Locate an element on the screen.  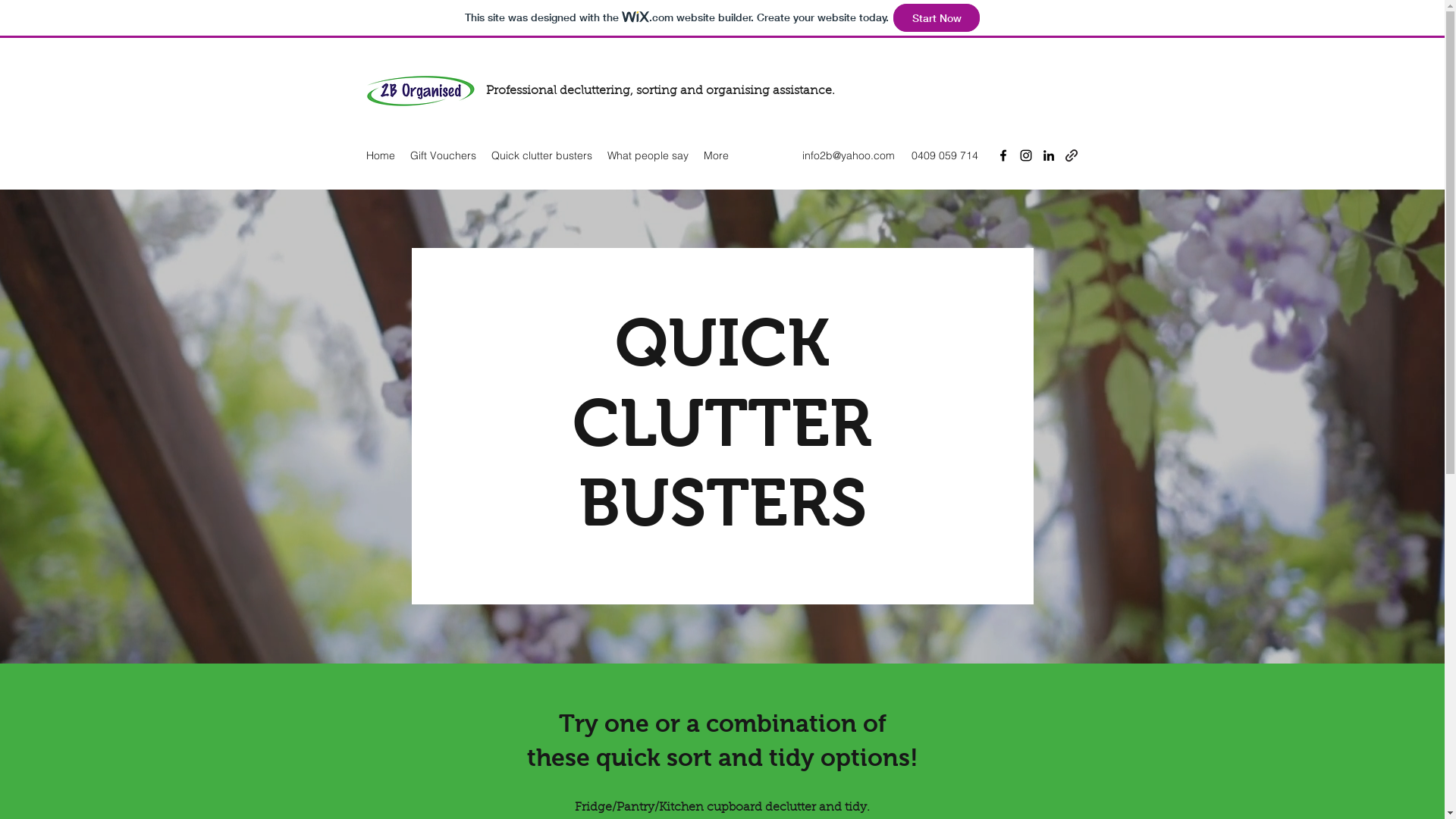
'info2b@yahoo.com' is located at coordinates (801, 155).